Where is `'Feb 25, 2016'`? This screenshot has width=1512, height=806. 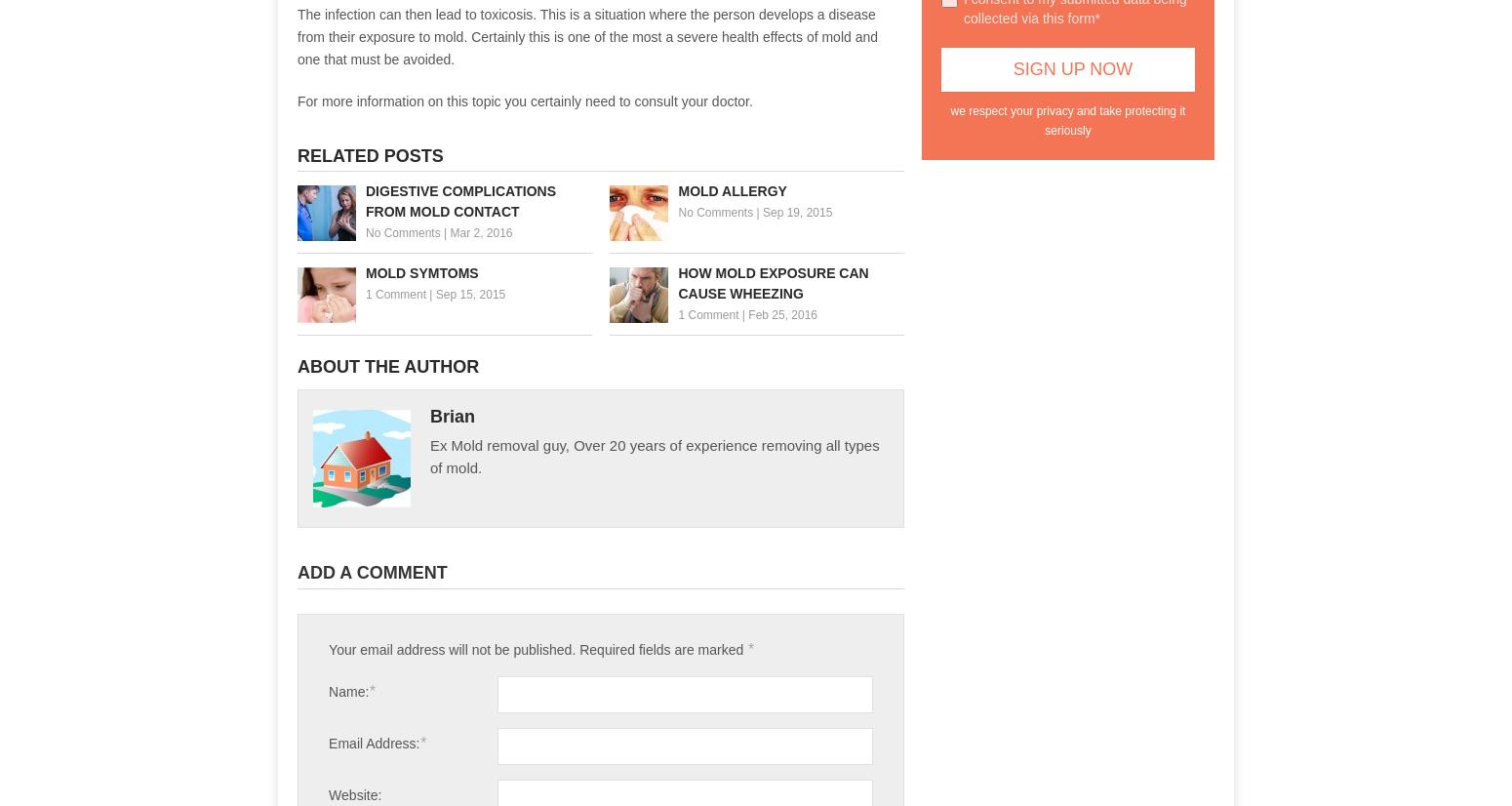 'Feb 25, 2016' is located at coordinates (781, 313).